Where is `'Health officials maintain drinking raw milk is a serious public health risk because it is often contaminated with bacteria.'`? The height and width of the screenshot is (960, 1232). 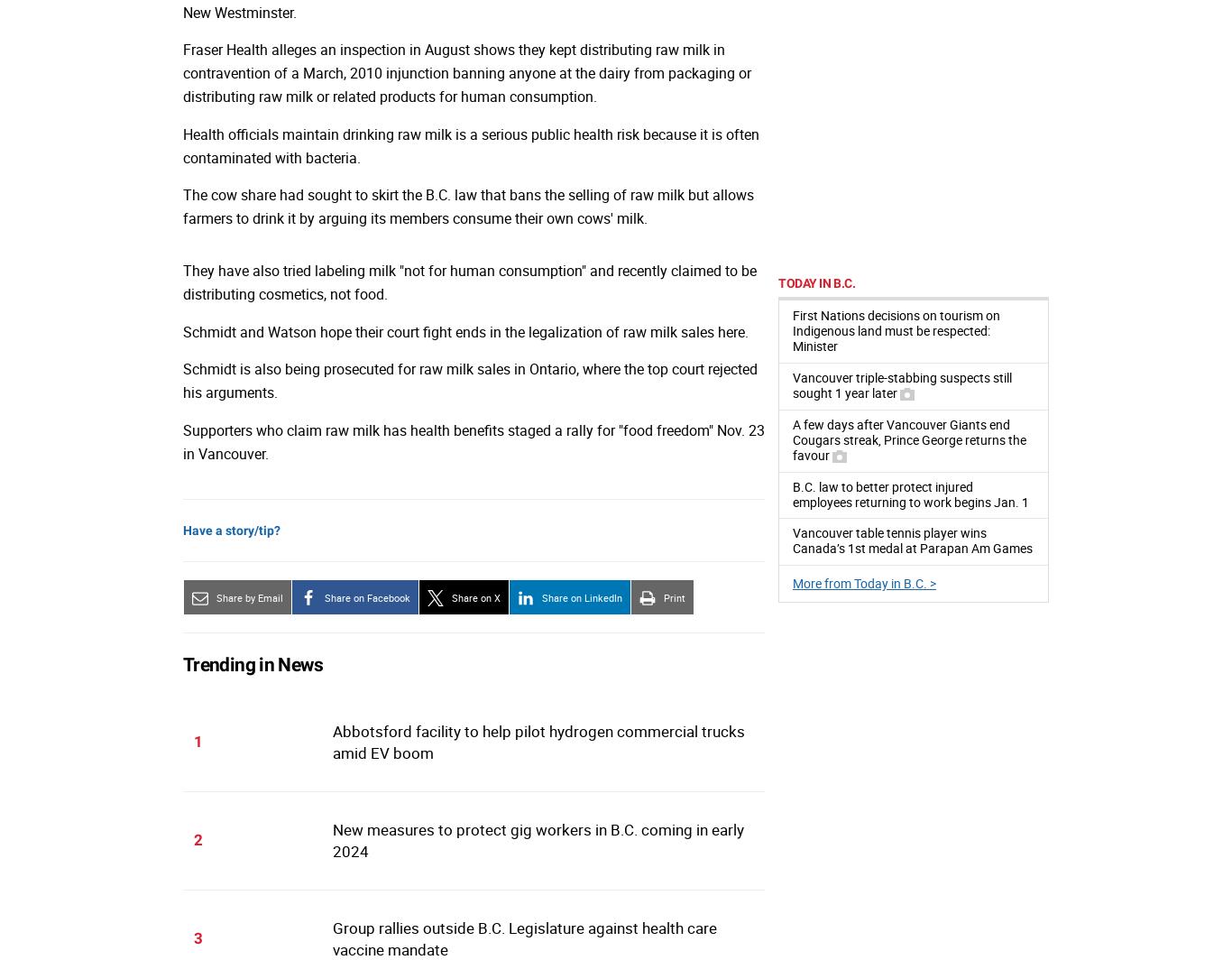
'Health officials maintain drinking raw milk is a serious public health risk because it is often contaminated with bacteria.' is located at coordinates (471, 144).